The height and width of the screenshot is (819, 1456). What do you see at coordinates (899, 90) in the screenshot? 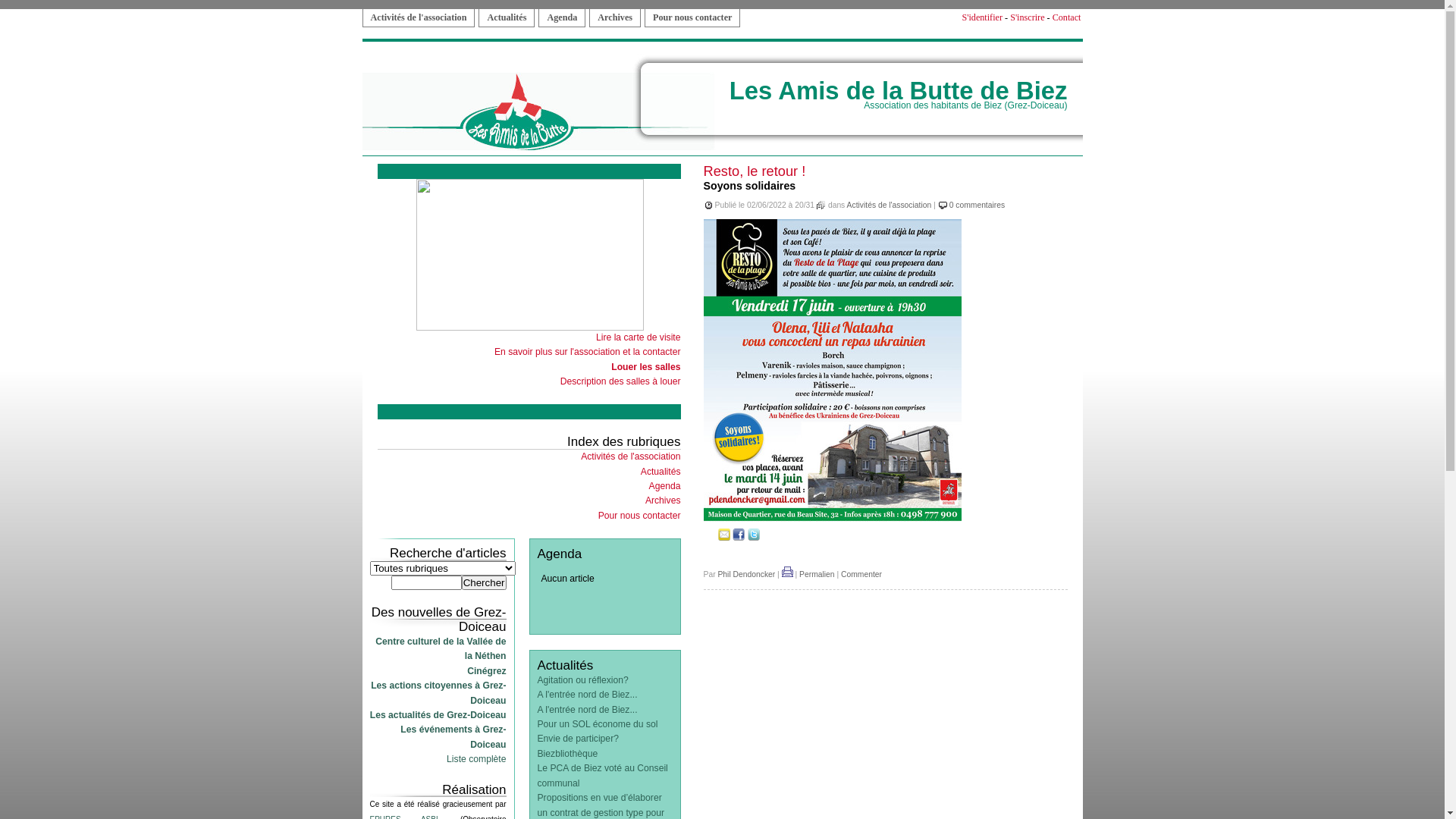
I see `'Les Amis de la Butte de Biez'` at bounding box center [899, 90].